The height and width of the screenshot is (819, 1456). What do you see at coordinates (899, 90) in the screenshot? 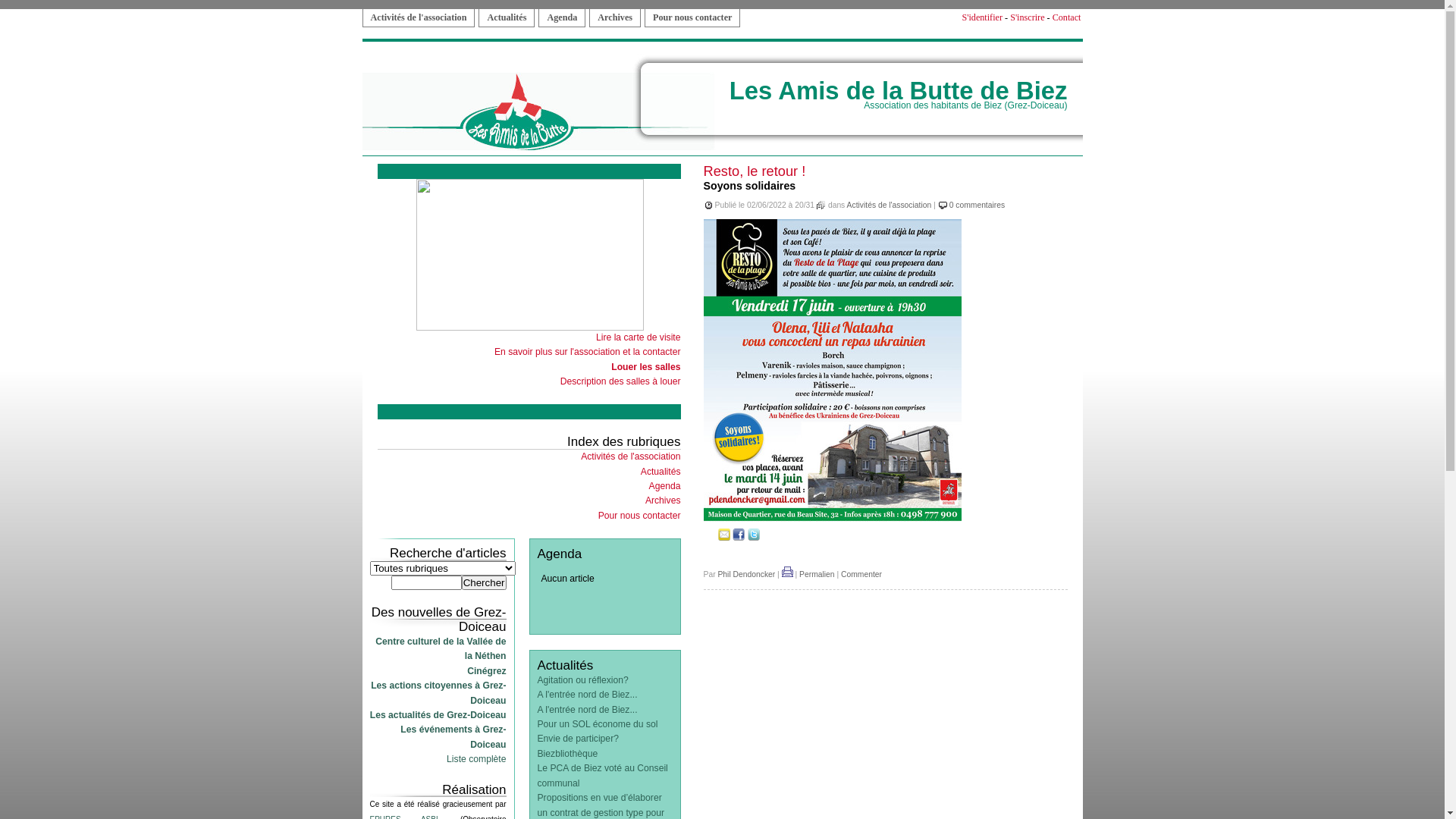
I see `'Les Amis de la Butte de Biez'` at bounding box center [899, 90].